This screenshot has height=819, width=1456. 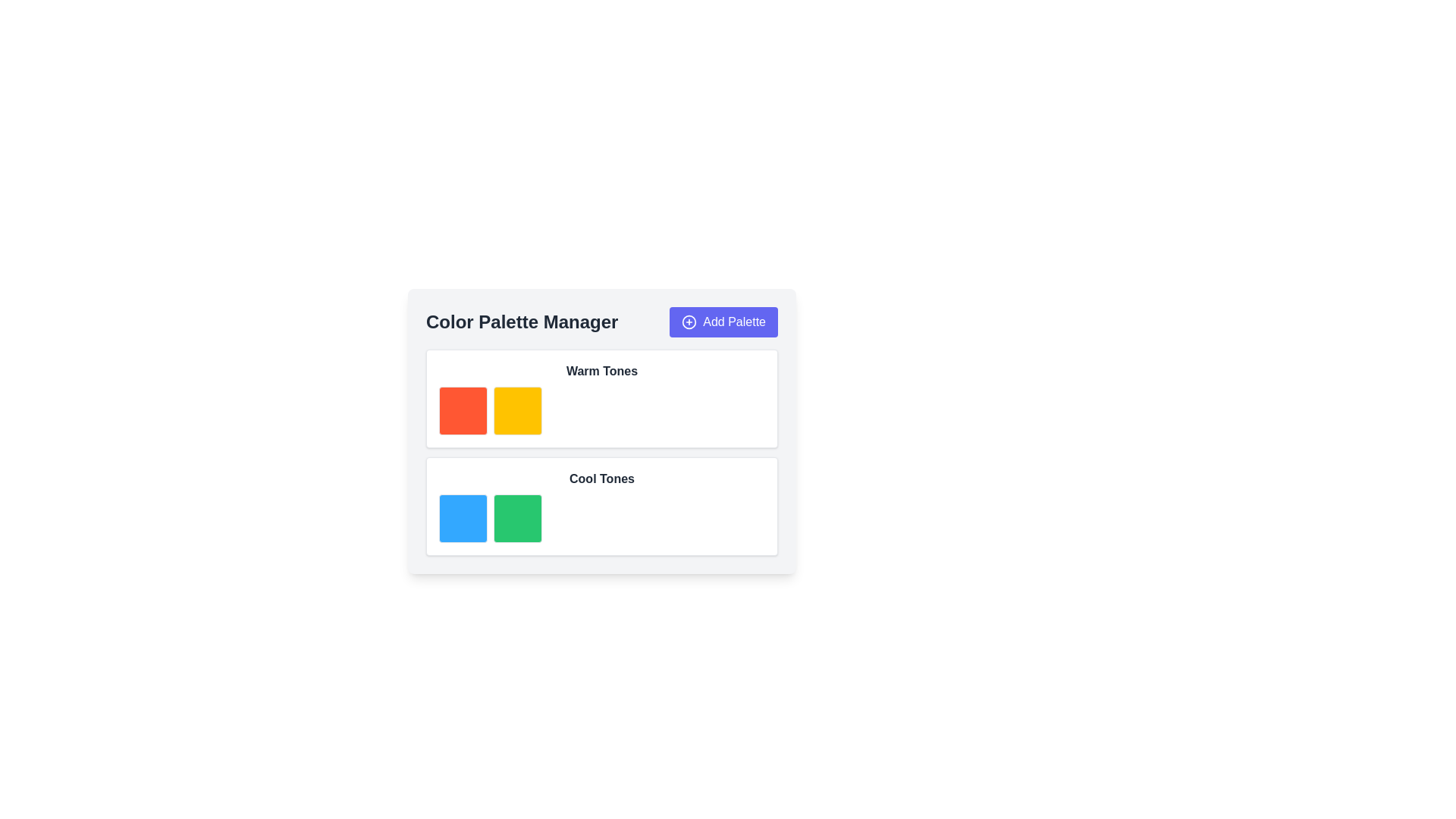 I want to click on text from the heading element labeled 'Color Palette Manager', which is displayed in a bold and large font size, styled in dark gray, located at the upper section of the color palette management interface, so click(x=522, y=321).